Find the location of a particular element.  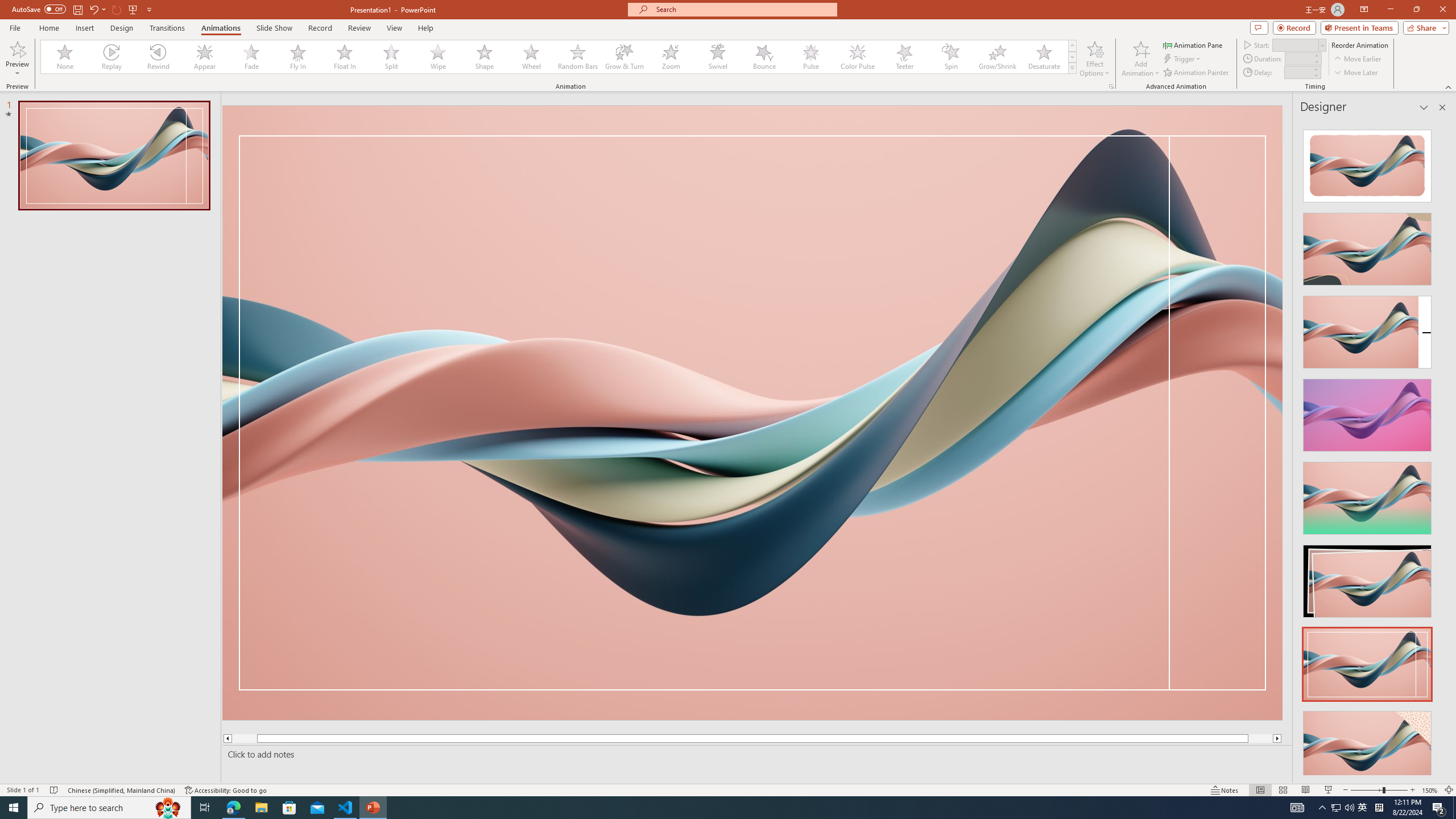

'Split' is located at coordinates (391, 56).